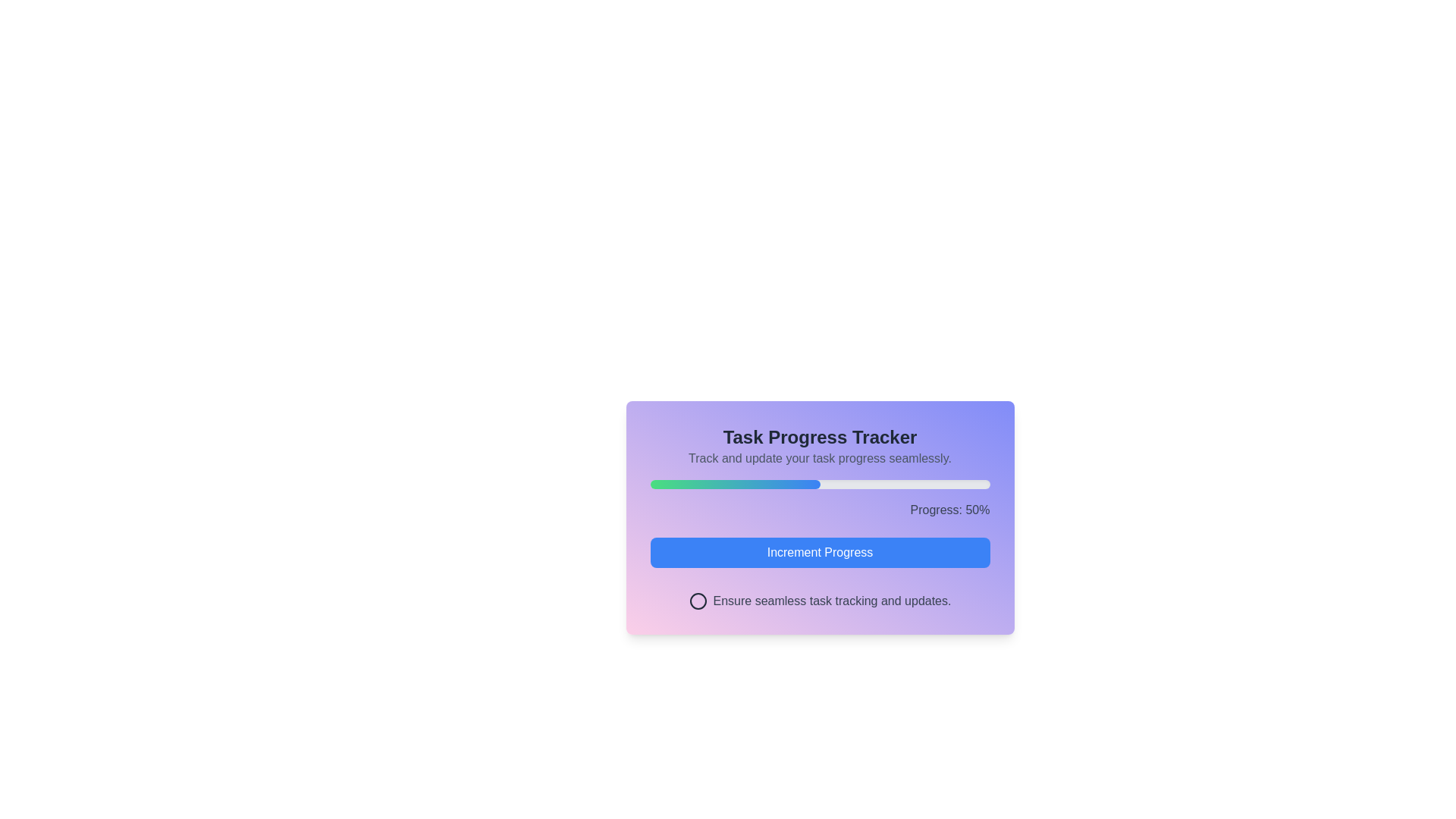  What do you see at coordinates (697, 601) in the screenshot?
I see `the circular SVG icon with a dark border that is positioned before the text 'Ensure seamless task tracking and updates.'` at bounding box center [697, 601].